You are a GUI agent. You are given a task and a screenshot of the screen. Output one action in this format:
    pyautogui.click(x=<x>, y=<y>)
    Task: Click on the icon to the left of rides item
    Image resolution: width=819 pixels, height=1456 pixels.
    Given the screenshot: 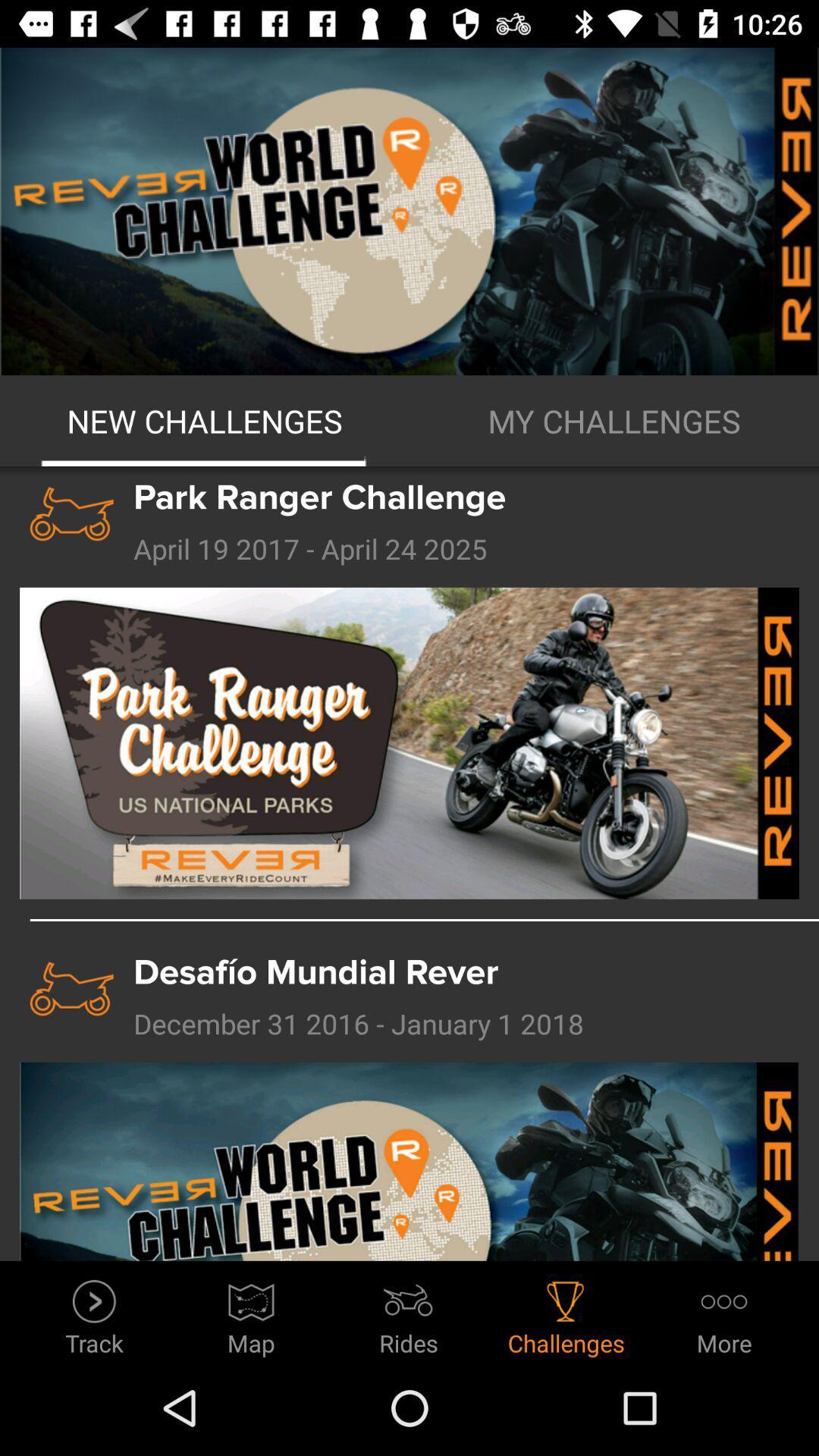 What is the action you would take?
    pyautogui.click(x=250, y=1313)
    